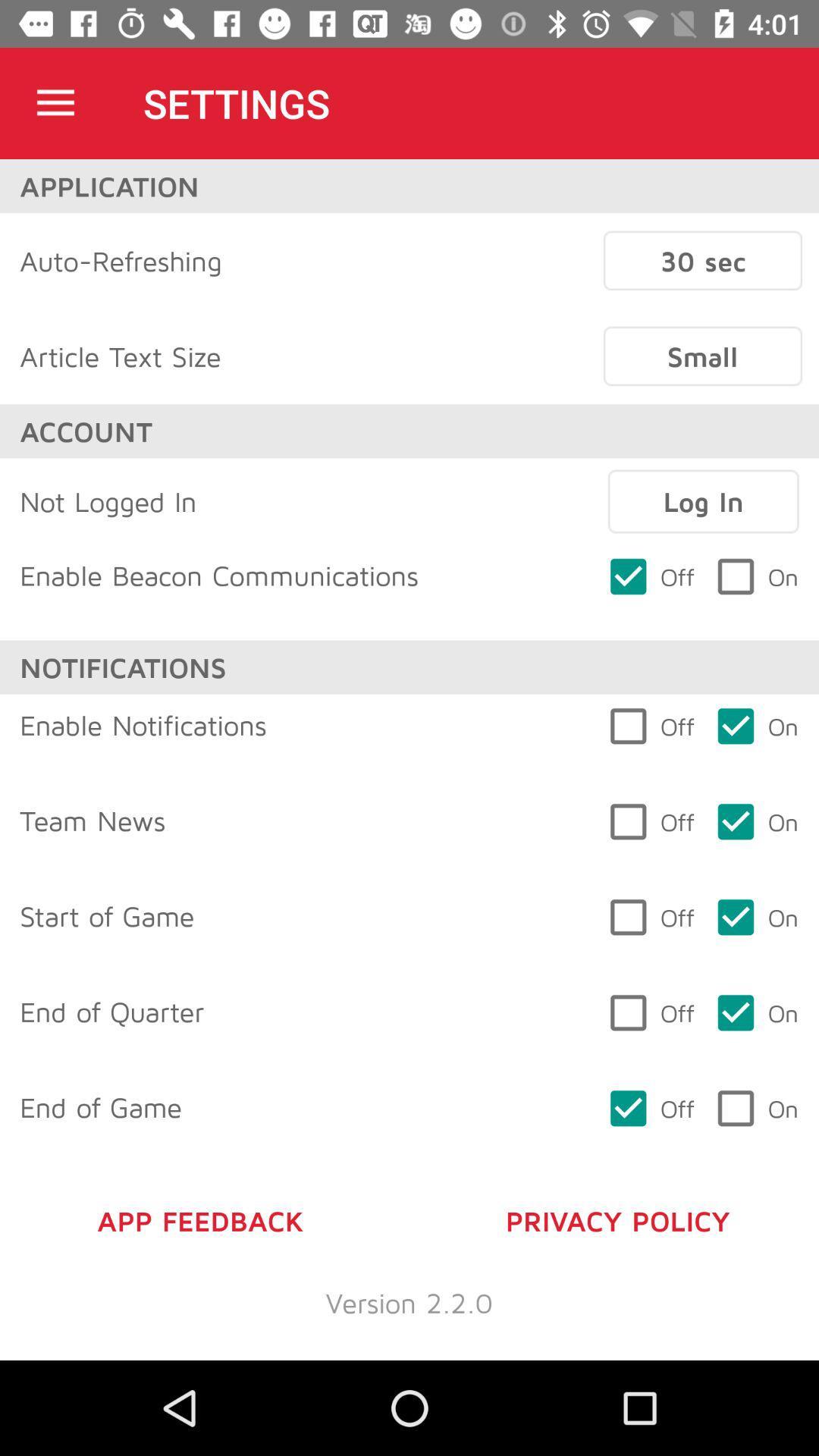  I want to click on version 2 2 icon, so click(409, 1301).